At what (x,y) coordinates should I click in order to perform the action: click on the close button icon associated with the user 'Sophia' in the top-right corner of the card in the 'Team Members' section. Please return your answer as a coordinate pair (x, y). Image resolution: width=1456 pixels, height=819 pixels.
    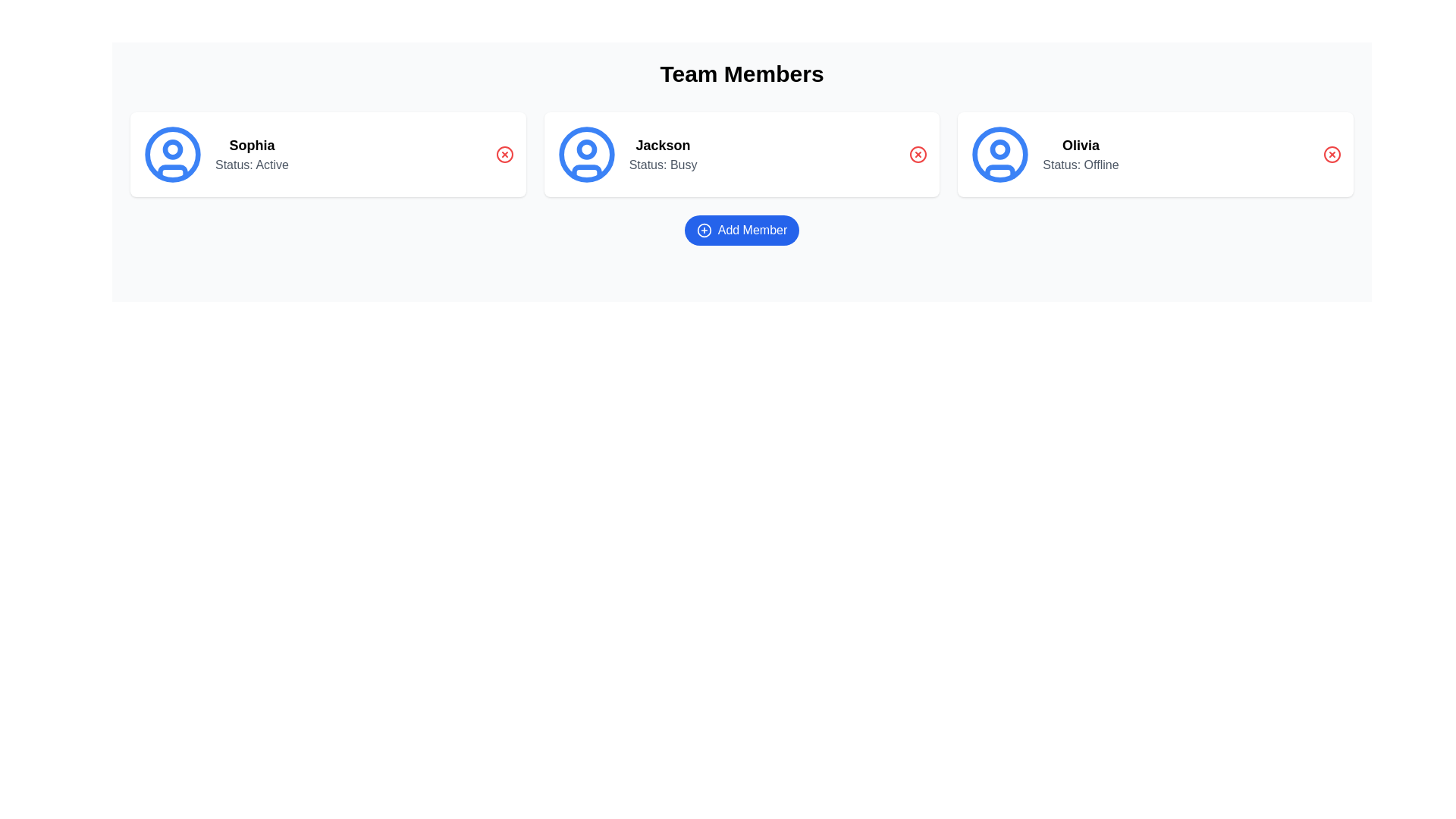
    Looking at the image, I should click on (504, 155).